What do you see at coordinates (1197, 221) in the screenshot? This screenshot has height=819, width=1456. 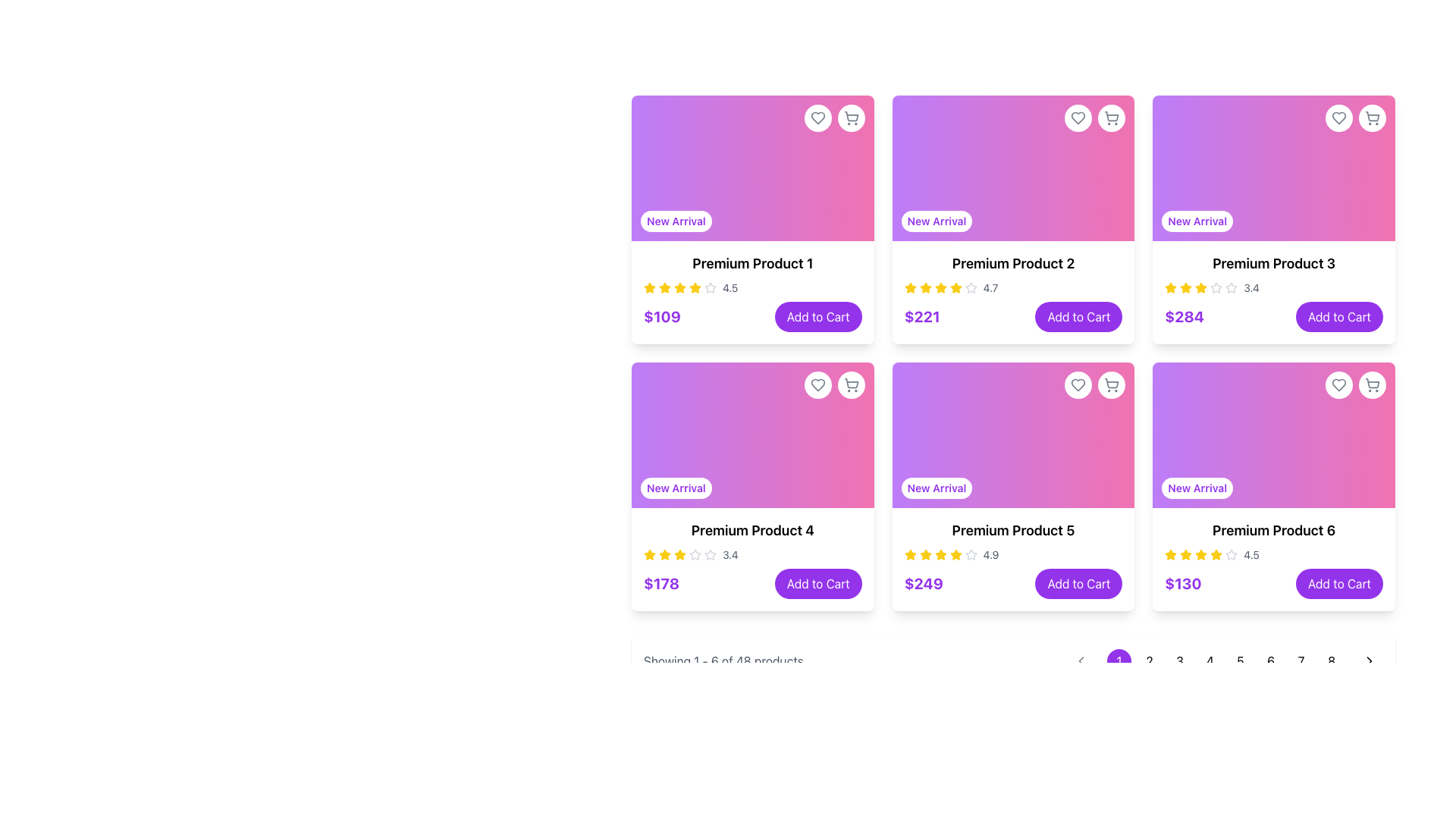 I see `the informational label indicating that the product is a newly arrived item, located in the bottom-left corner of the 'Premium Product 3' card, above the product title` at bounding box center [1197, 221].